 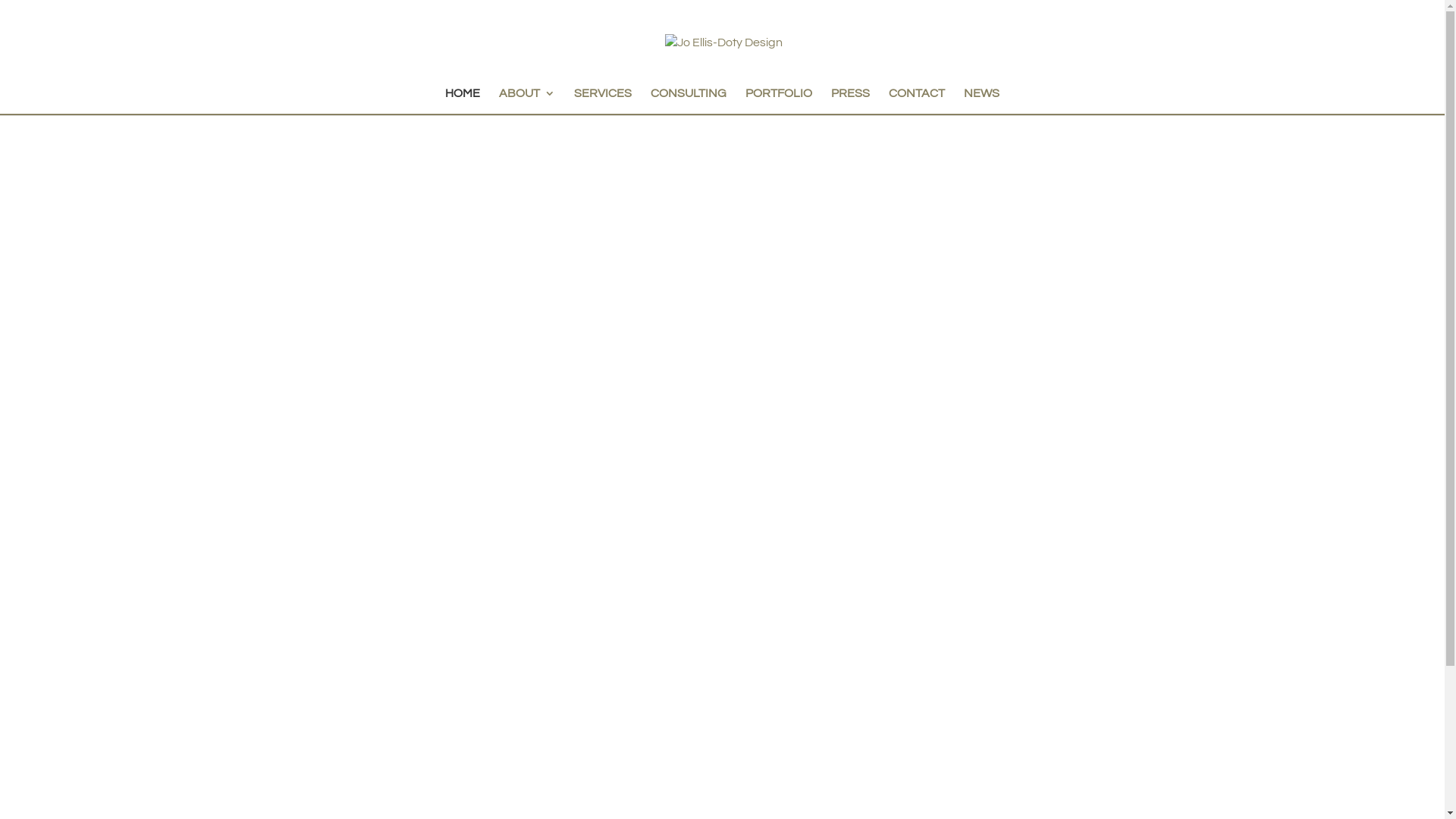 What do you see at coordinates (498, 100) in the screenshot?
I see `'ABOUT'` at bounding box center [498, 100].